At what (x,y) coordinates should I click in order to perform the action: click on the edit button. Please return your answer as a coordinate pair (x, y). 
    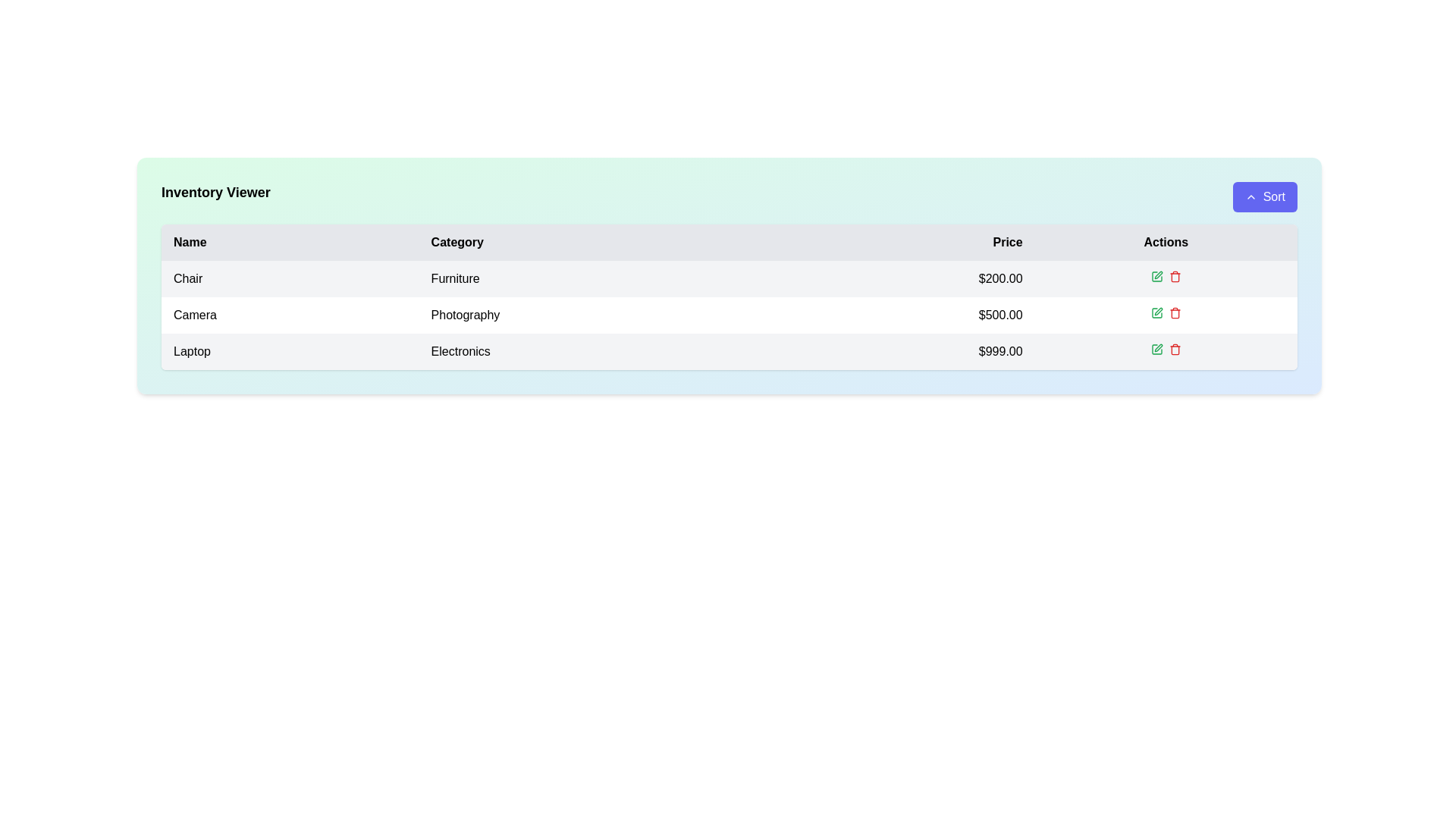
    Looking at the image, I should click on (1156, 312).